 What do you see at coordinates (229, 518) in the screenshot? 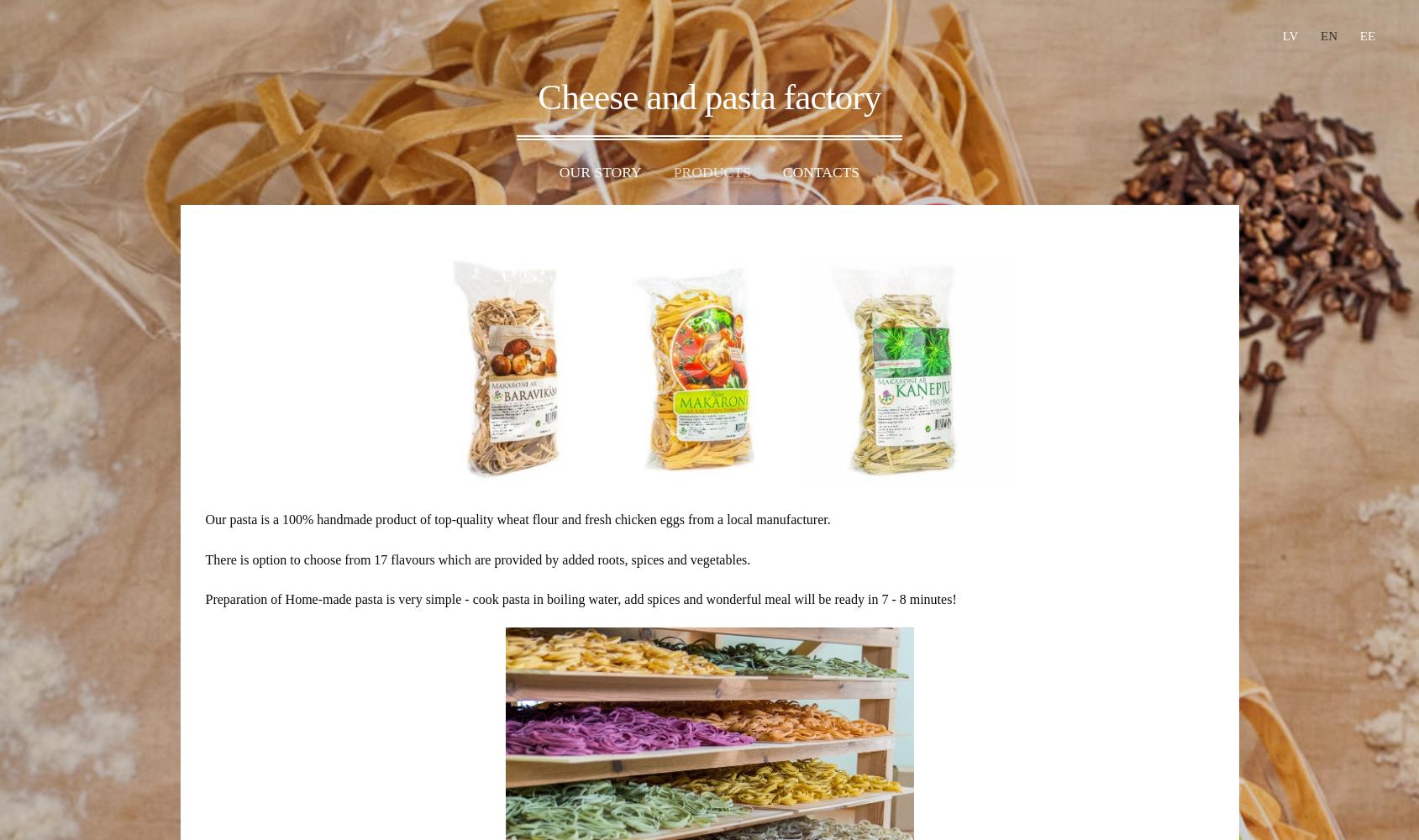
I see `'Our pasta'` at bounding box center [229, 518].